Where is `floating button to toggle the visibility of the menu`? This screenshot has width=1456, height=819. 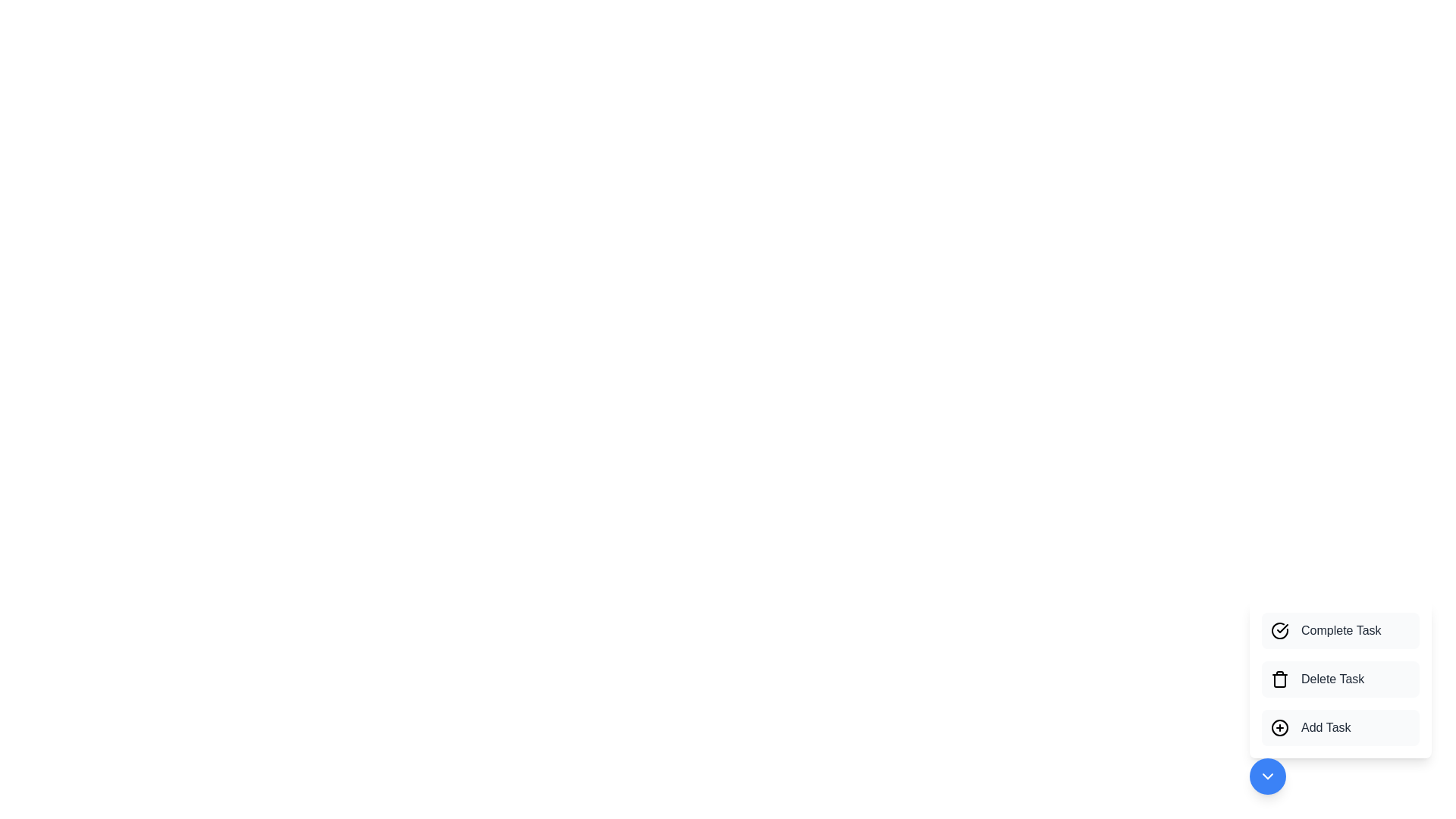
floating button to toggle the visibility of the menu is located at coordinates (1267, 776).